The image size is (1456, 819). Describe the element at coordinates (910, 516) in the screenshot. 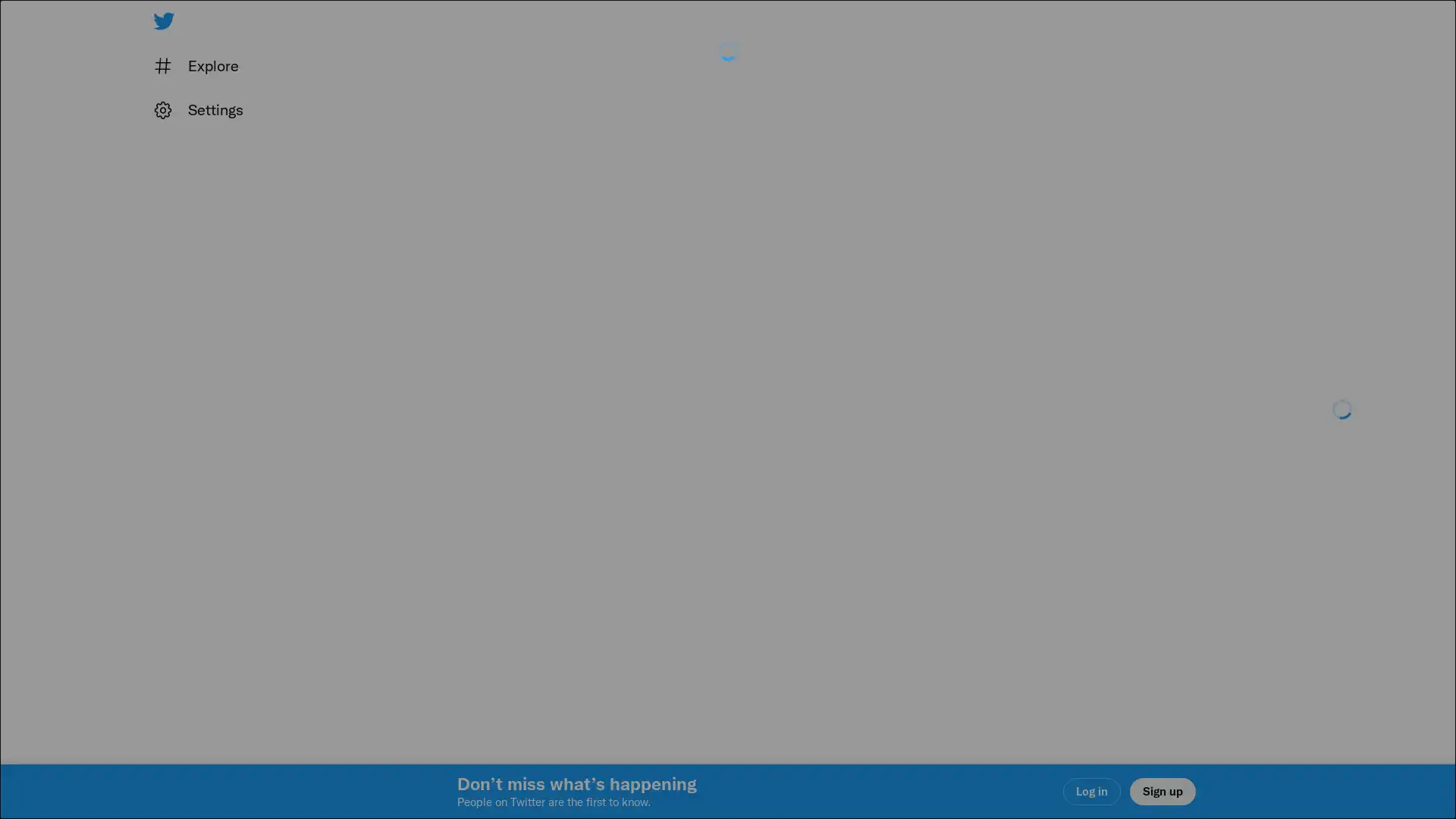

I see `Log in` at that location.